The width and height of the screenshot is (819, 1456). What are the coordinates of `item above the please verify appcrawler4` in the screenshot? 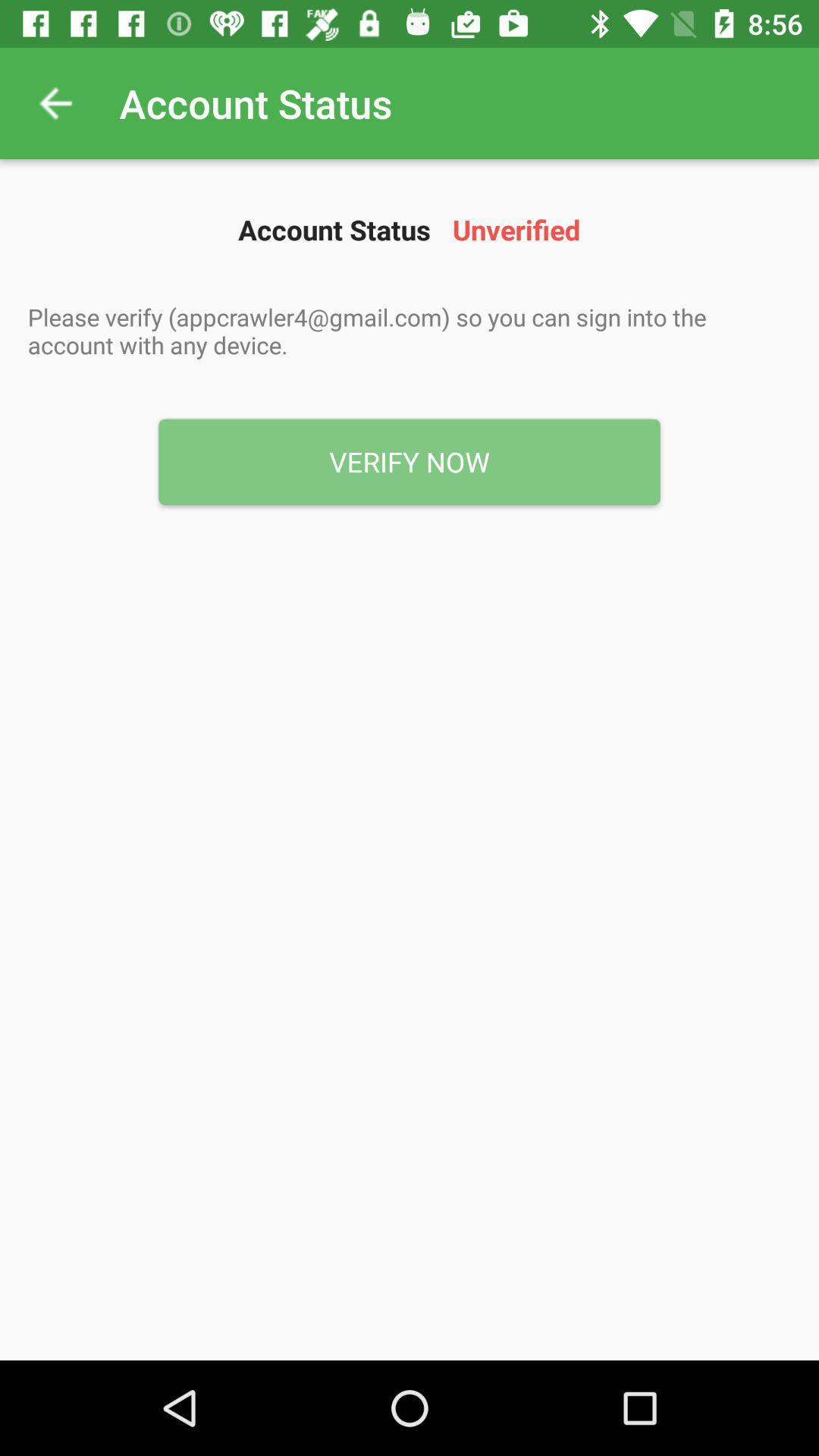 It's located at (55, 102).